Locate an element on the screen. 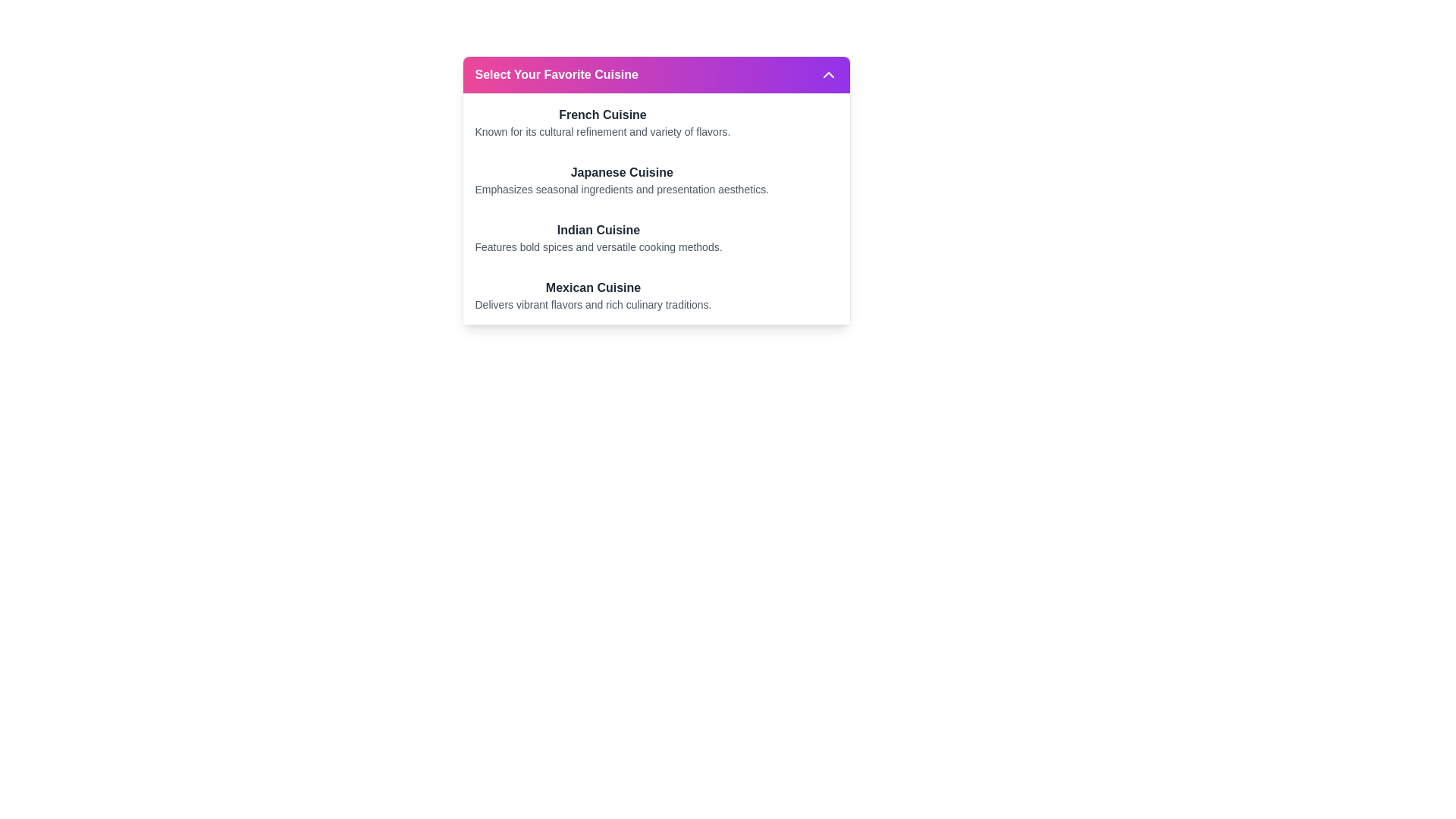 Image resolution: width=1456 pixels, height=819 pixels. text label that serves as the title for the list item related to 'French Cuisine' located at the top of the 'Select Your Favorite Cuisine' panel is located at coordinates (601, 114).